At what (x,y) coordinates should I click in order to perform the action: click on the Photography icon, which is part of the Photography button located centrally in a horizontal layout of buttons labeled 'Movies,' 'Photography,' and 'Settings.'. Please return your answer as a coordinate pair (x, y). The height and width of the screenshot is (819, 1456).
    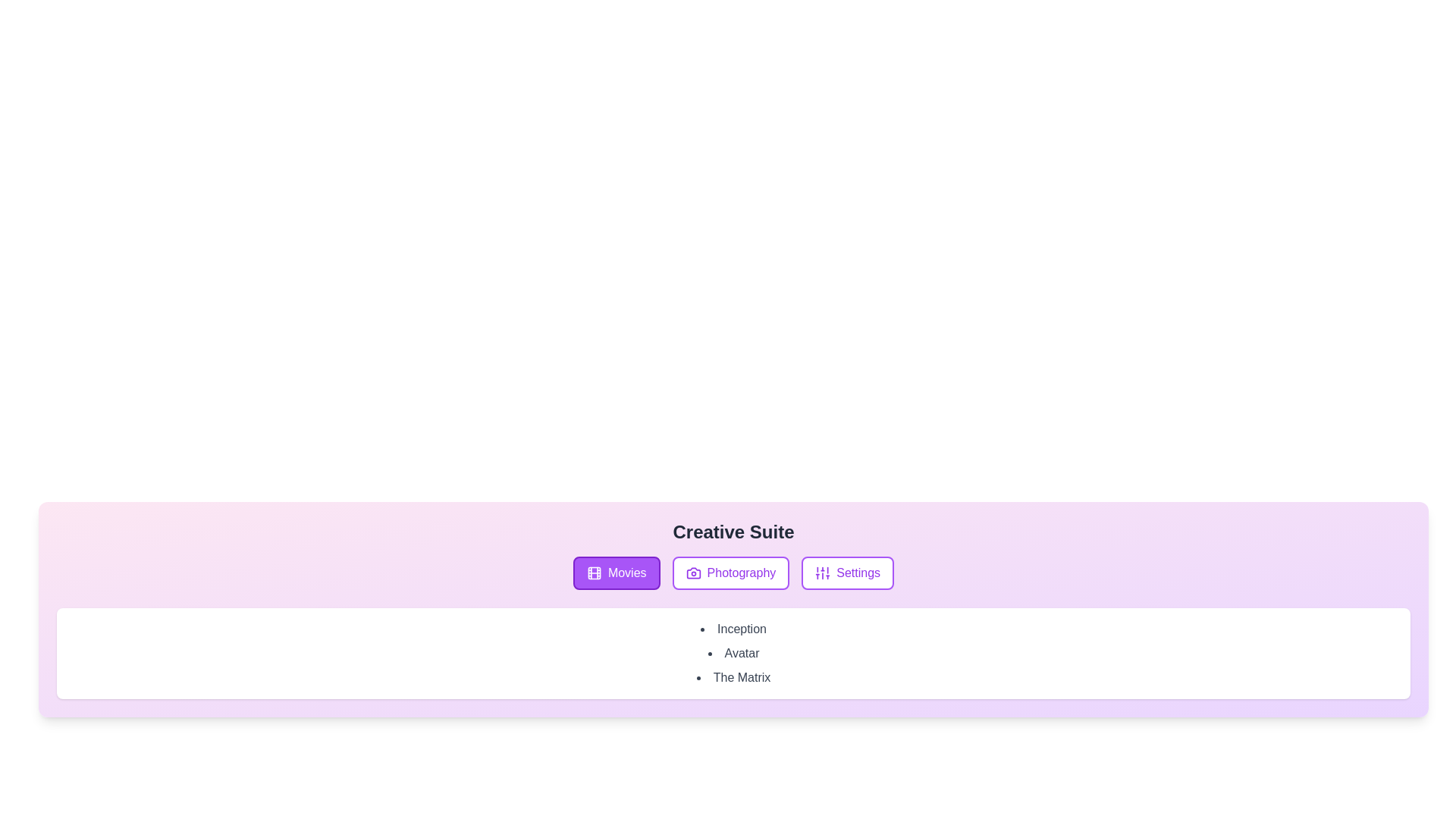
    Looking at the image, I should click on (692, 573).